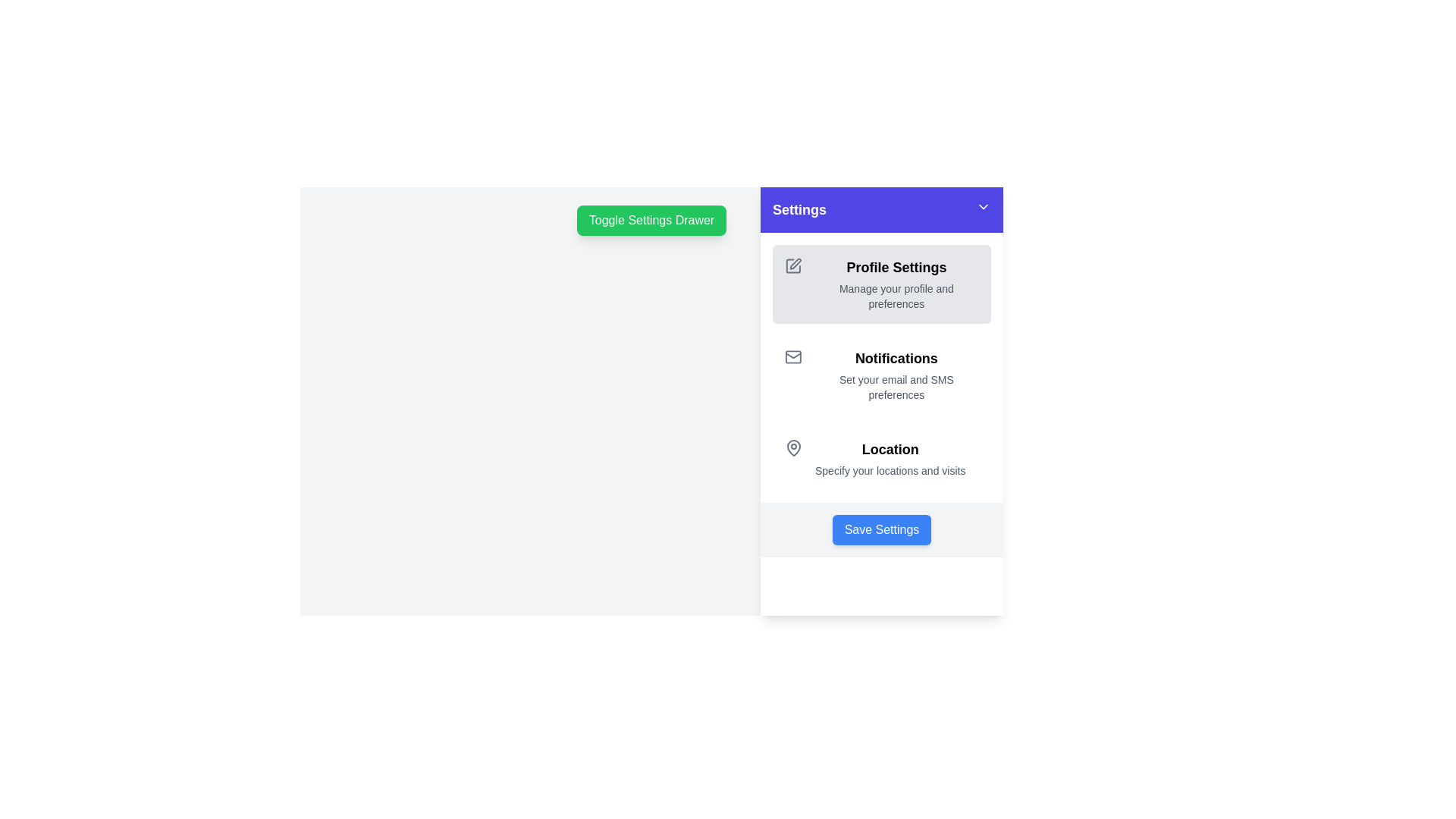 This screenshot has height=819, width=1456. Describe the element at coordinates (881, 529) in the screenshot. I see `the save settings button located at the bottom right of the settings panel to observe its color change` at that location.